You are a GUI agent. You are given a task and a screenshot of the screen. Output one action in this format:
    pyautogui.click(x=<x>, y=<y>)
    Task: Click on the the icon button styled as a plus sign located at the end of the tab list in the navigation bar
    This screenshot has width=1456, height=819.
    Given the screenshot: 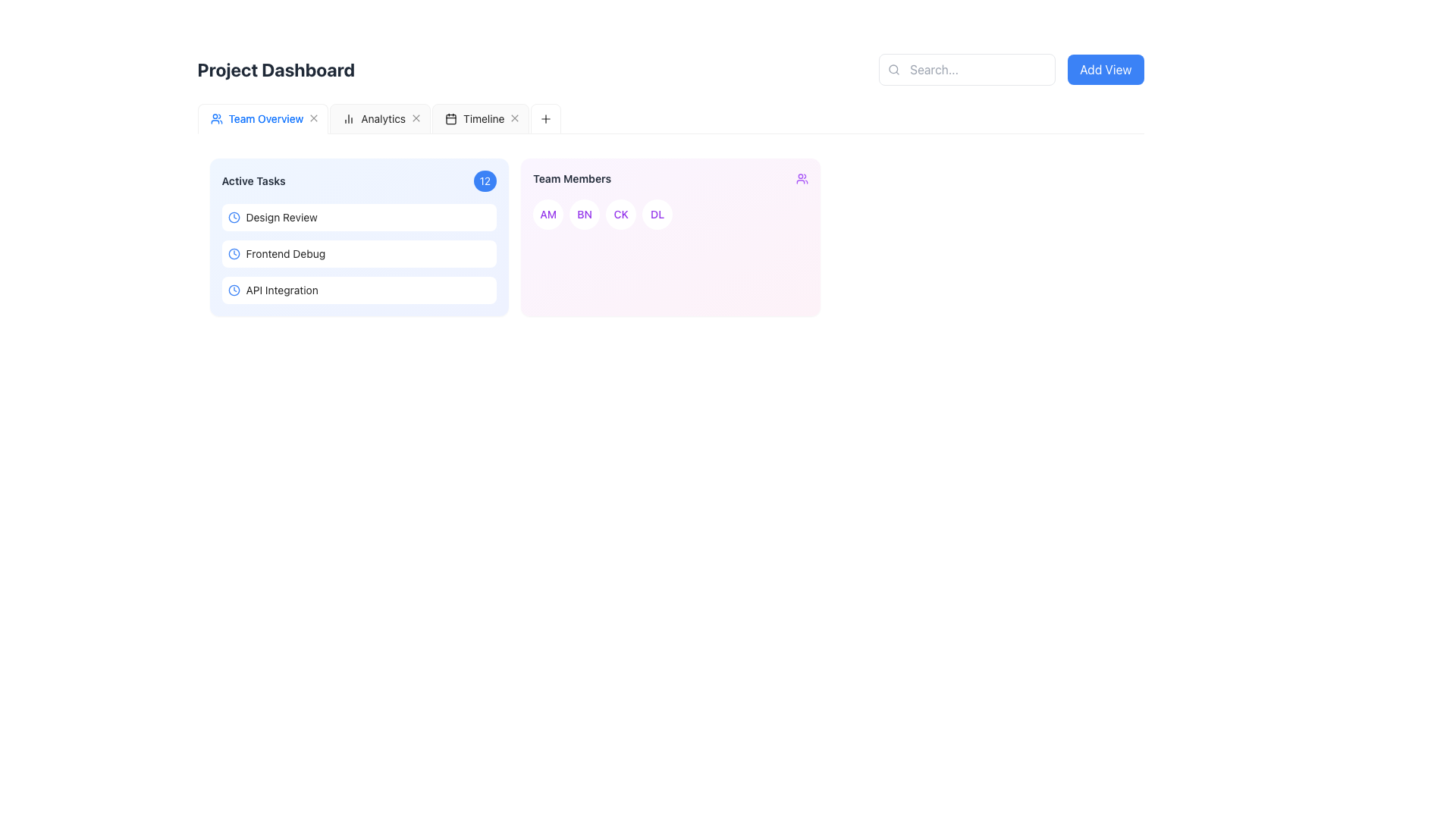 What is the action you would take?
    pyautogui.click(x=213, y=118)
    